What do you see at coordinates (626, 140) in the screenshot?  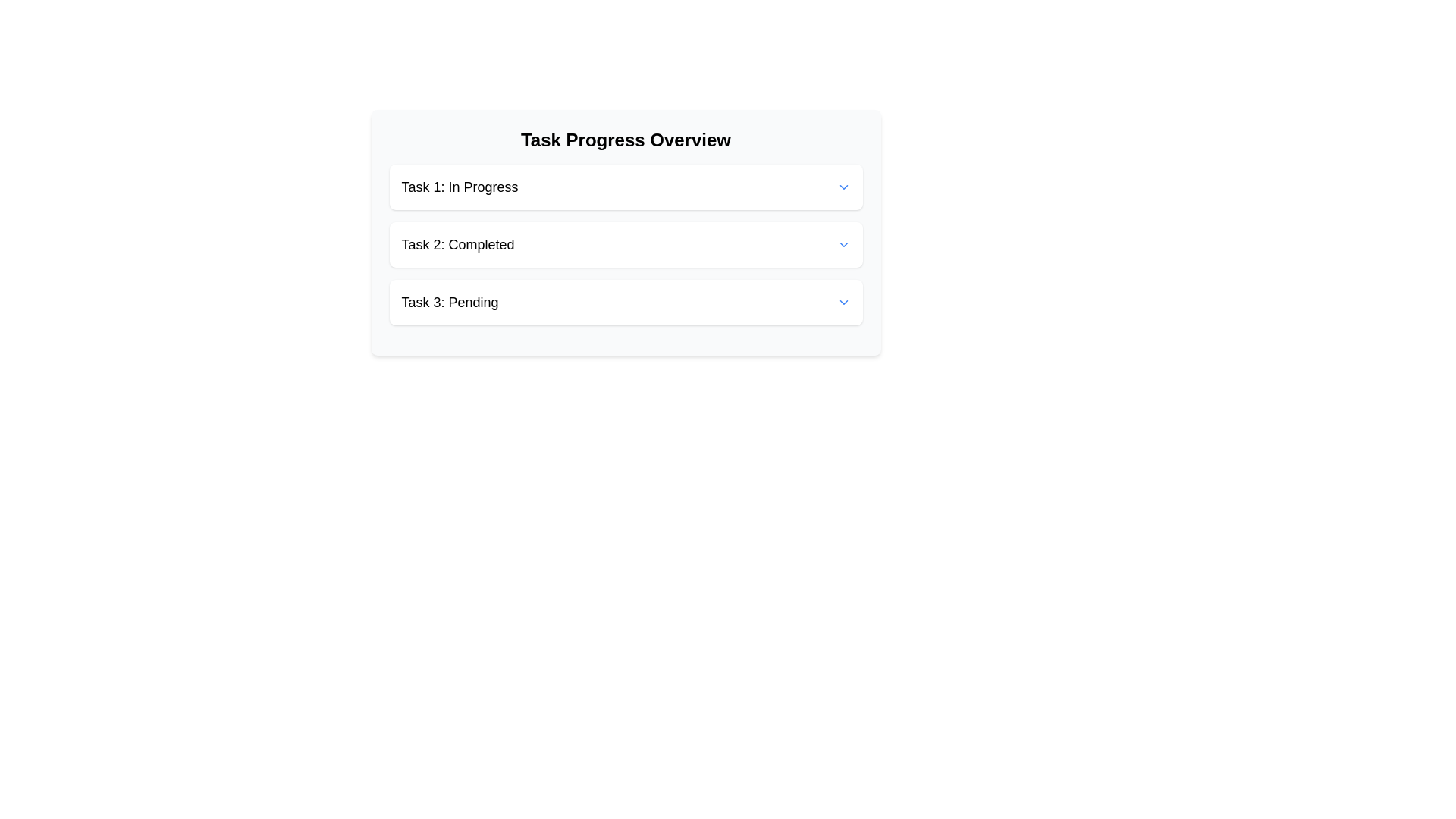 I see `the title header that describes the section above the list of tasks: 'Task 1: In Progress', 'Task 2: Completed', and 'Task 3: Pending'` at bounding box center [626, 140].